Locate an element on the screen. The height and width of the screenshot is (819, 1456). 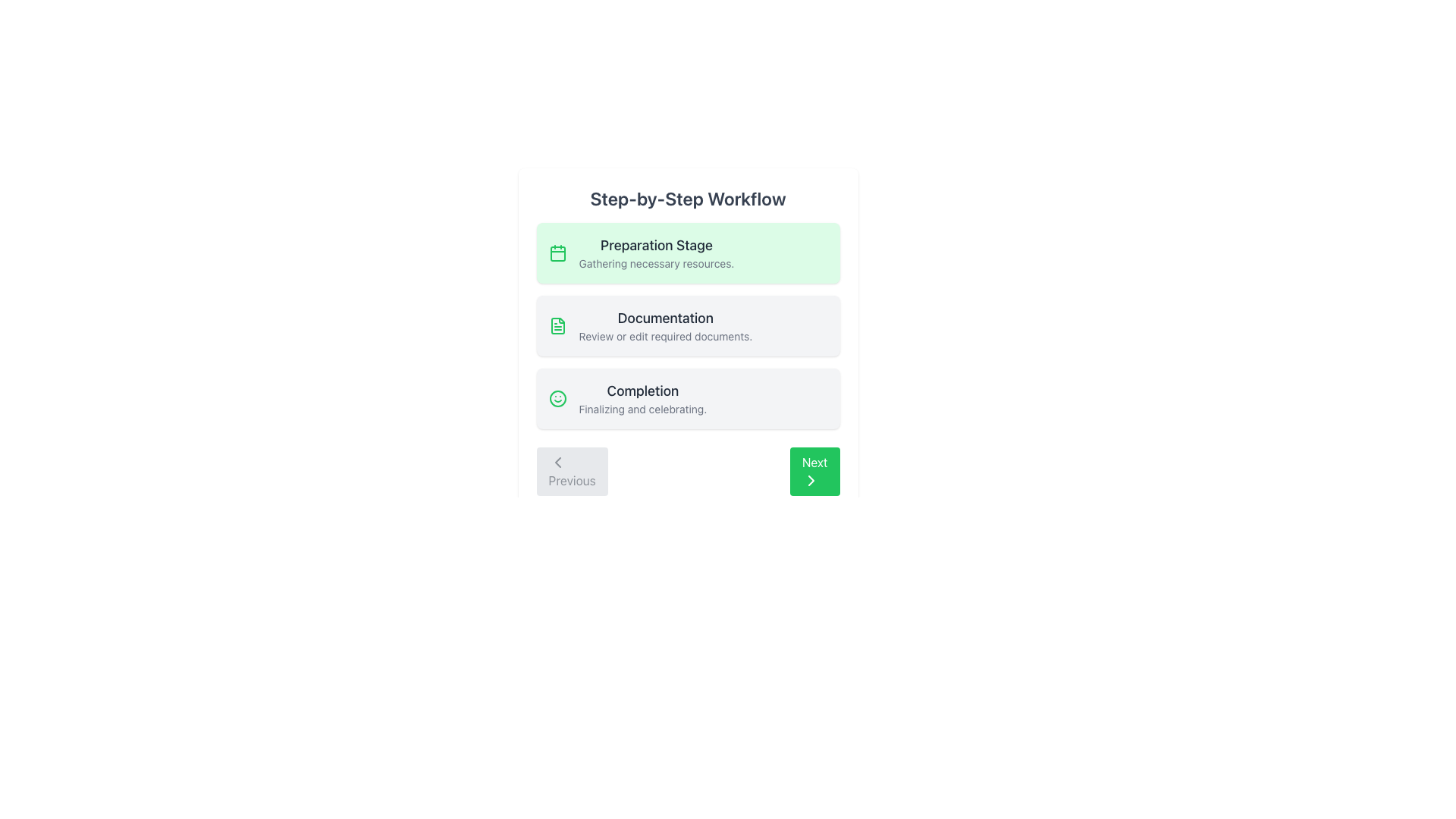
contents of the 'Preparation Stage' Card element, which is the first item in a vertical list of stages is located at coordinates (687, 253).